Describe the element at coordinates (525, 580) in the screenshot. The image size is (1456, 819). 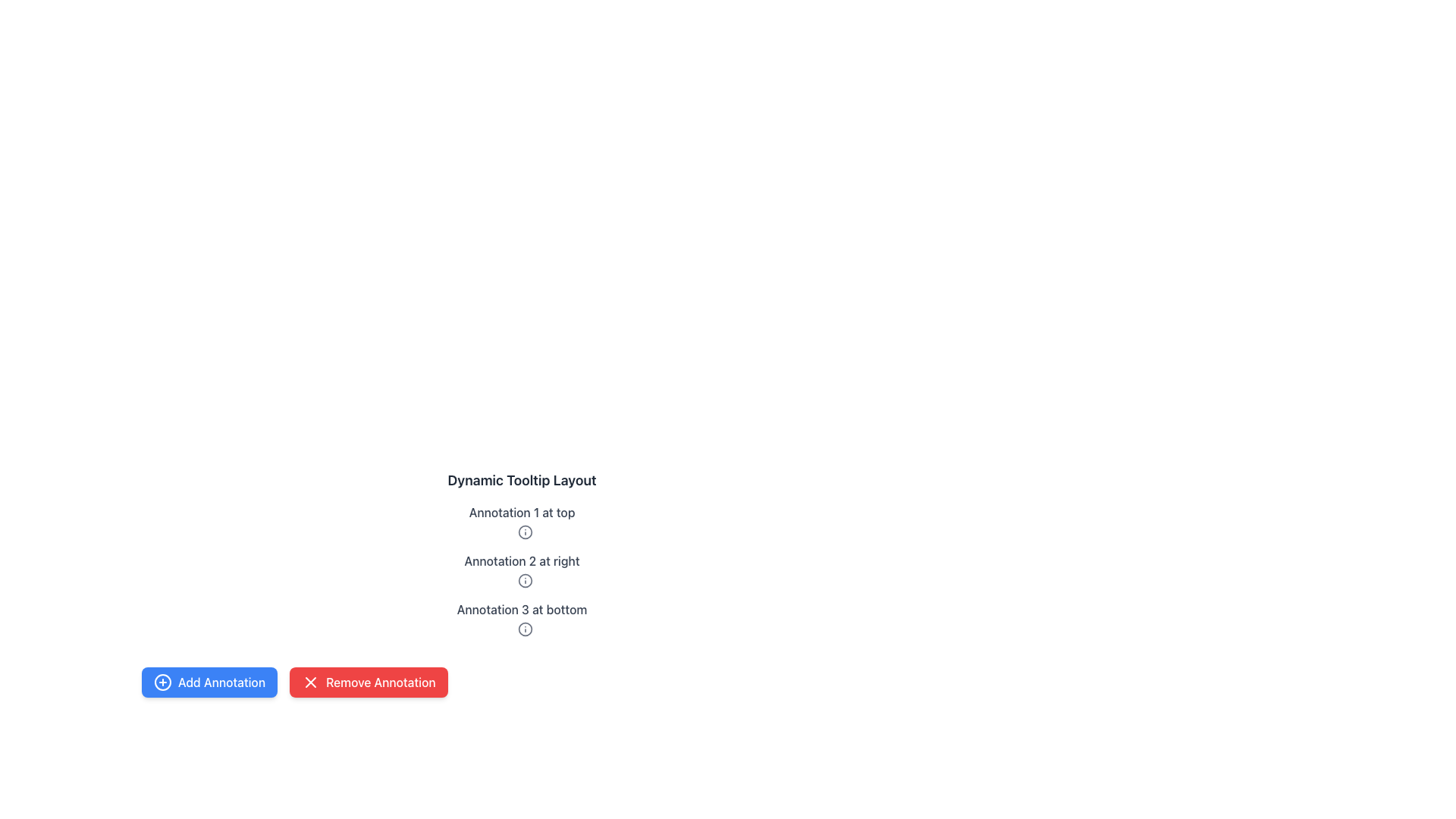
I see `the informational SVG icon located in the second annotation block titled 'Annotation 2 at right'` at that location.